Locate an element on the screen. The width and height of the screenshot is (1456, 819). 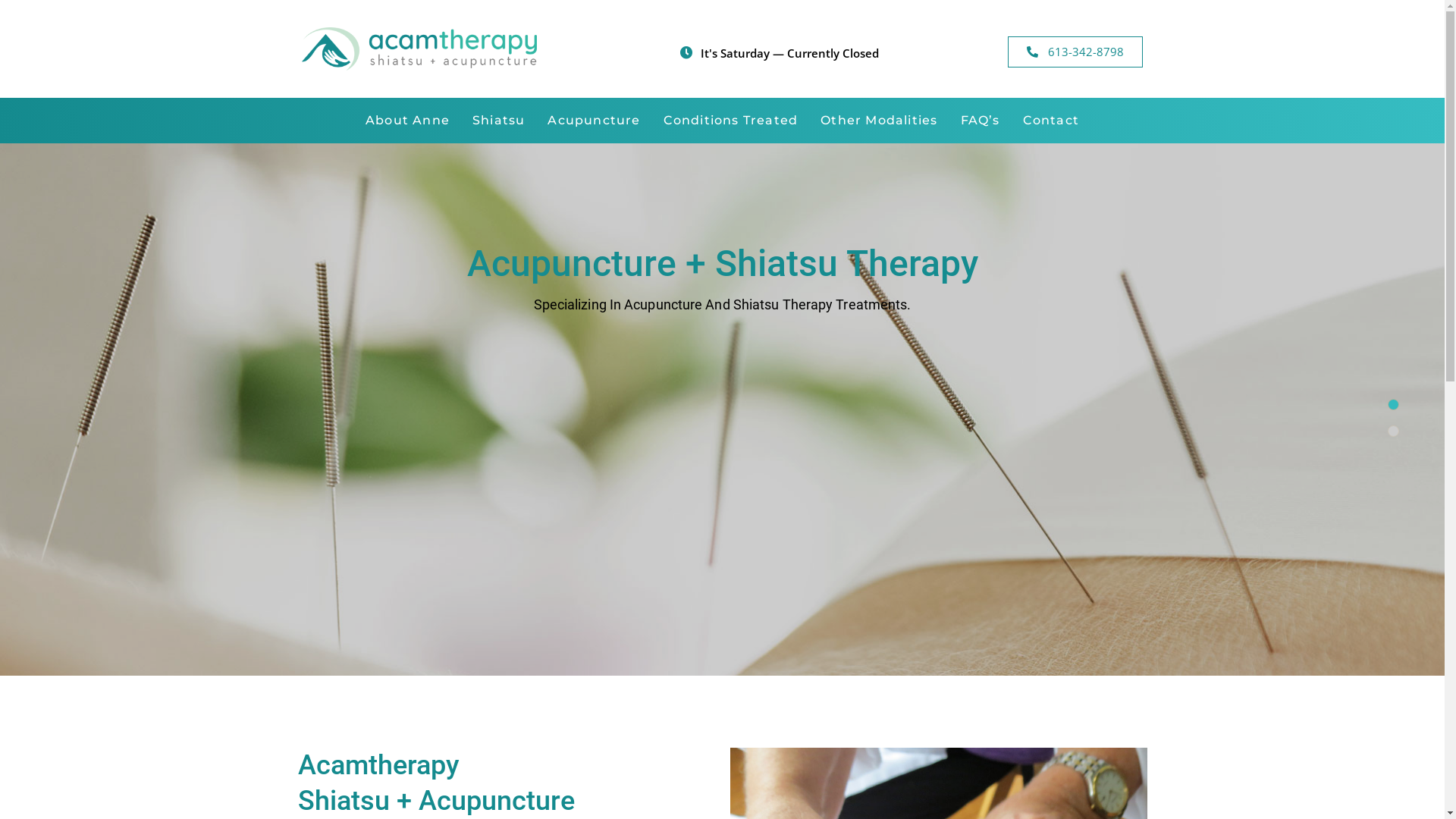
'Shiatsu' is located at coordinates (498, 119).